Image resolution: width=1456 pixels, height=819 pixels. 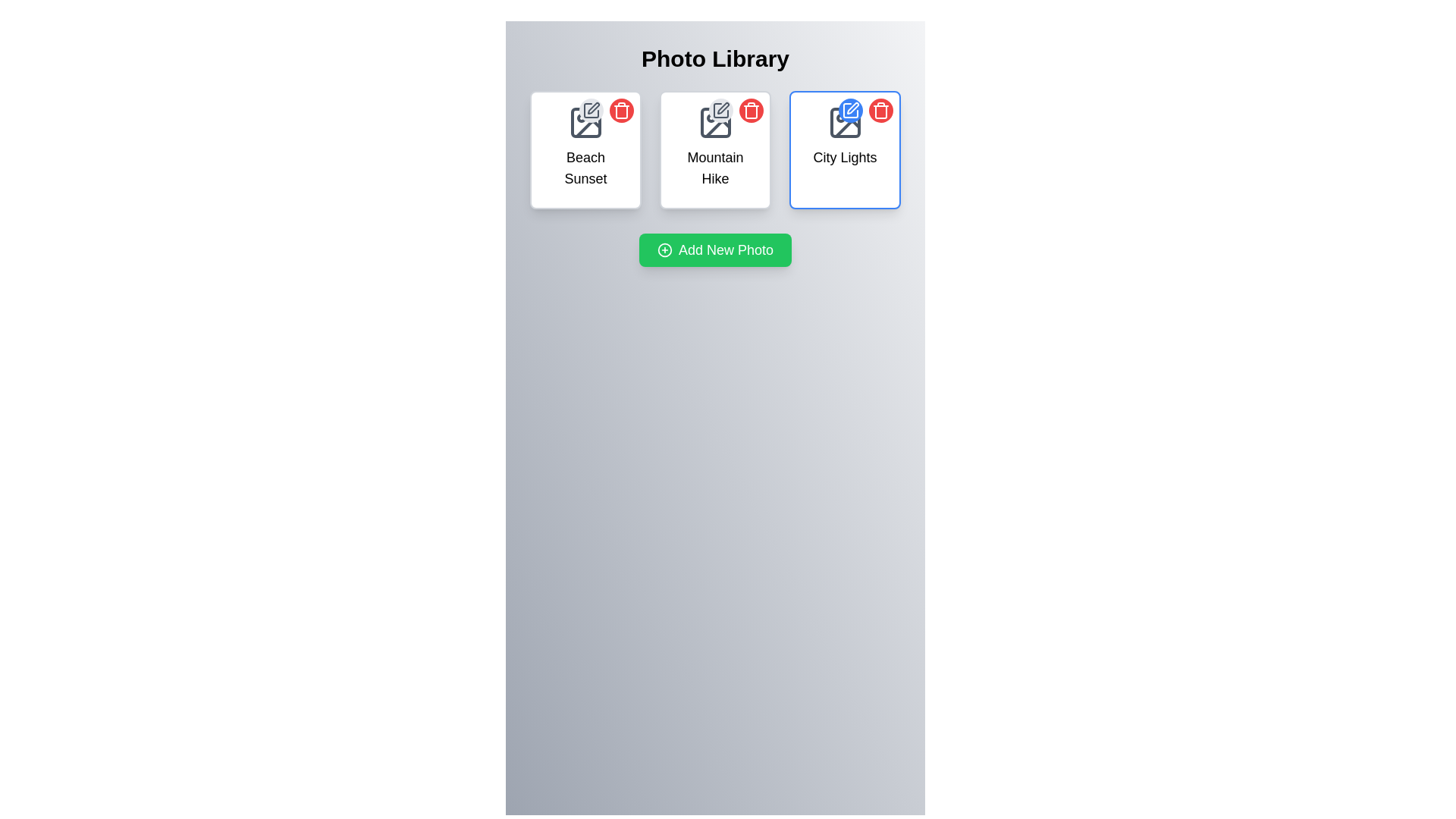 I want to click on the rectangular visual element with rounded corners in the 'Beach Sunset' photo card icon located in the top-left corner of the card, so click(x=585, y=122).